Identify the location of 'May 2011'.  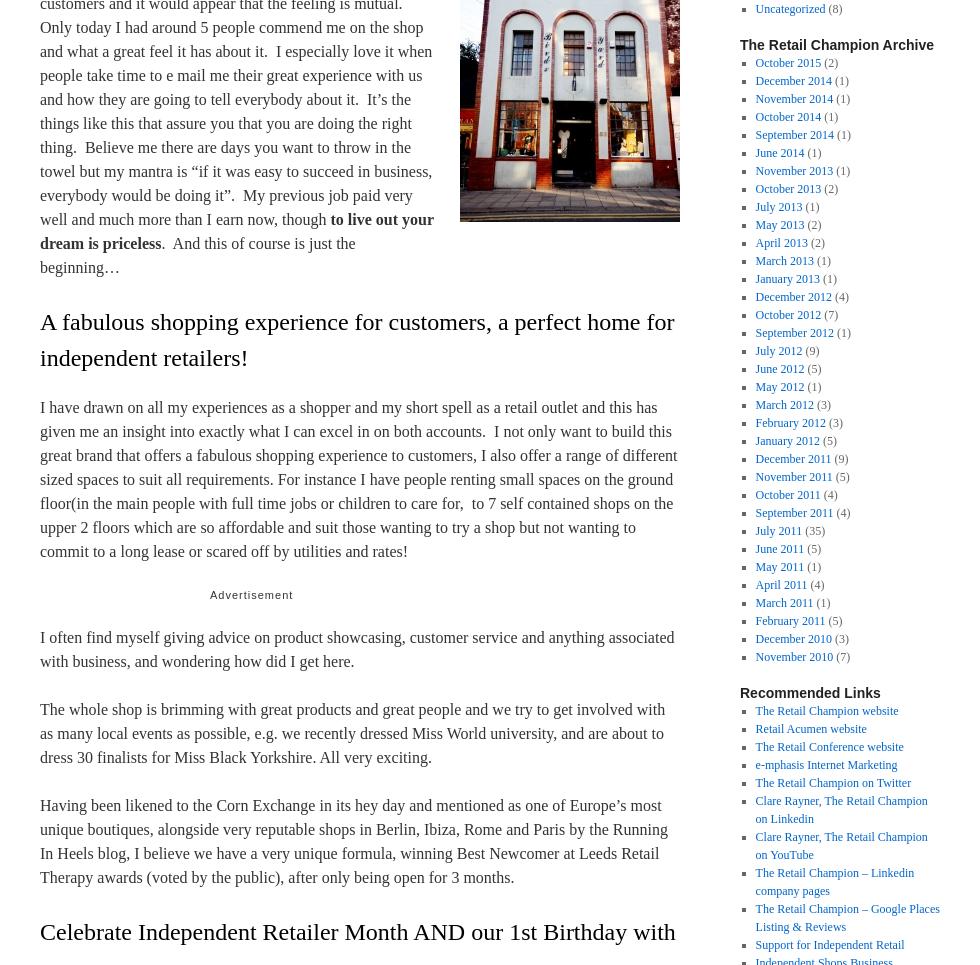
(754, 567).